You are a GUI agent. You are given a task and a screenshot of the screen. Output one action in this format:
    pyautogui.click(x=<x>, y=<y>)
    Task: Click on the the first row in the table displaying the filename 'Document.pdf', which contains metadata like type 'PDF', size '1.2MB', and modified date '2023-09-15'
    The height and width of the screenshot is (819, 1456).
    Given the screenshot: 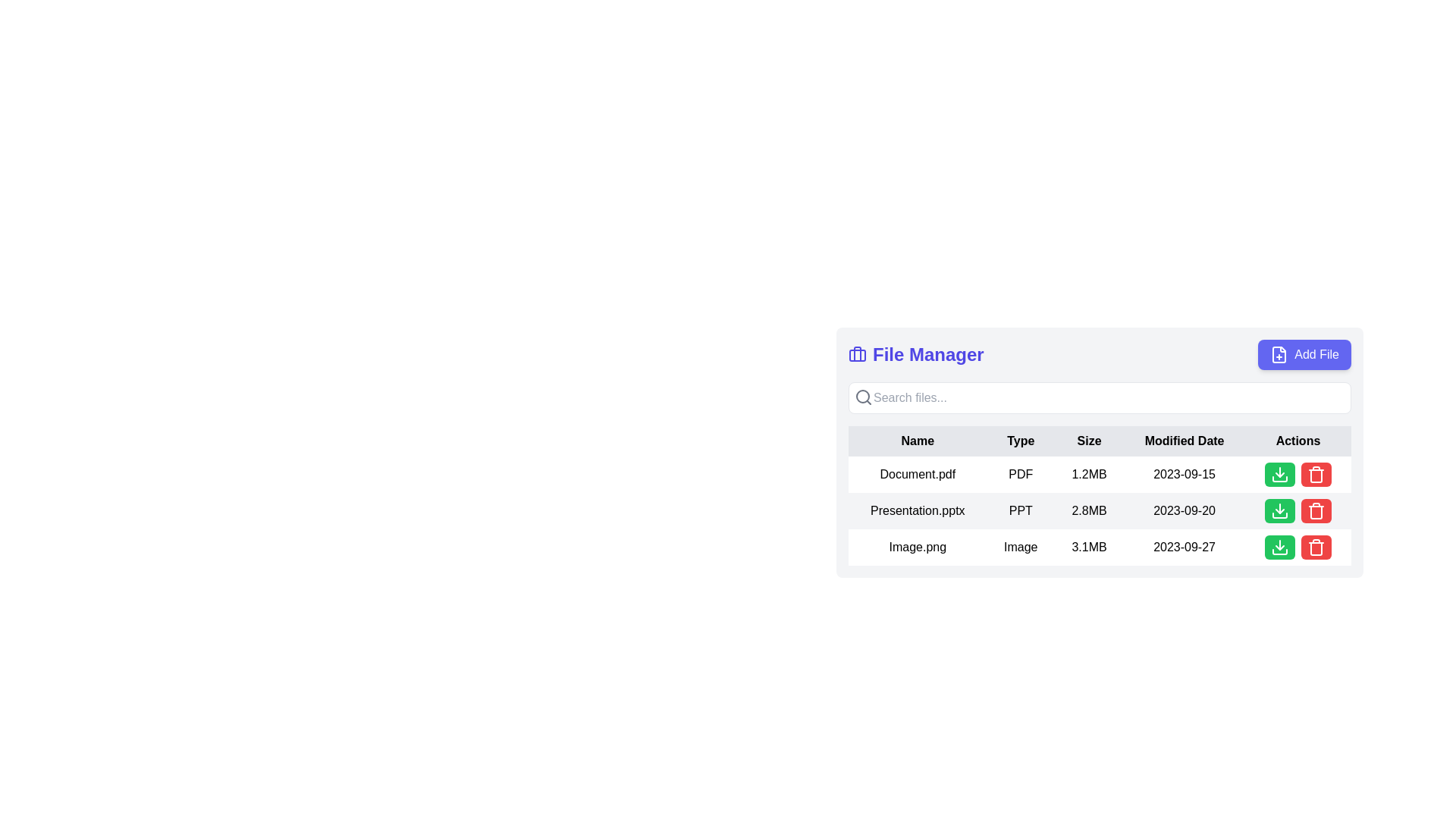 What is the action you would take?
    pyautogui.click(x=1100, y=473)
    